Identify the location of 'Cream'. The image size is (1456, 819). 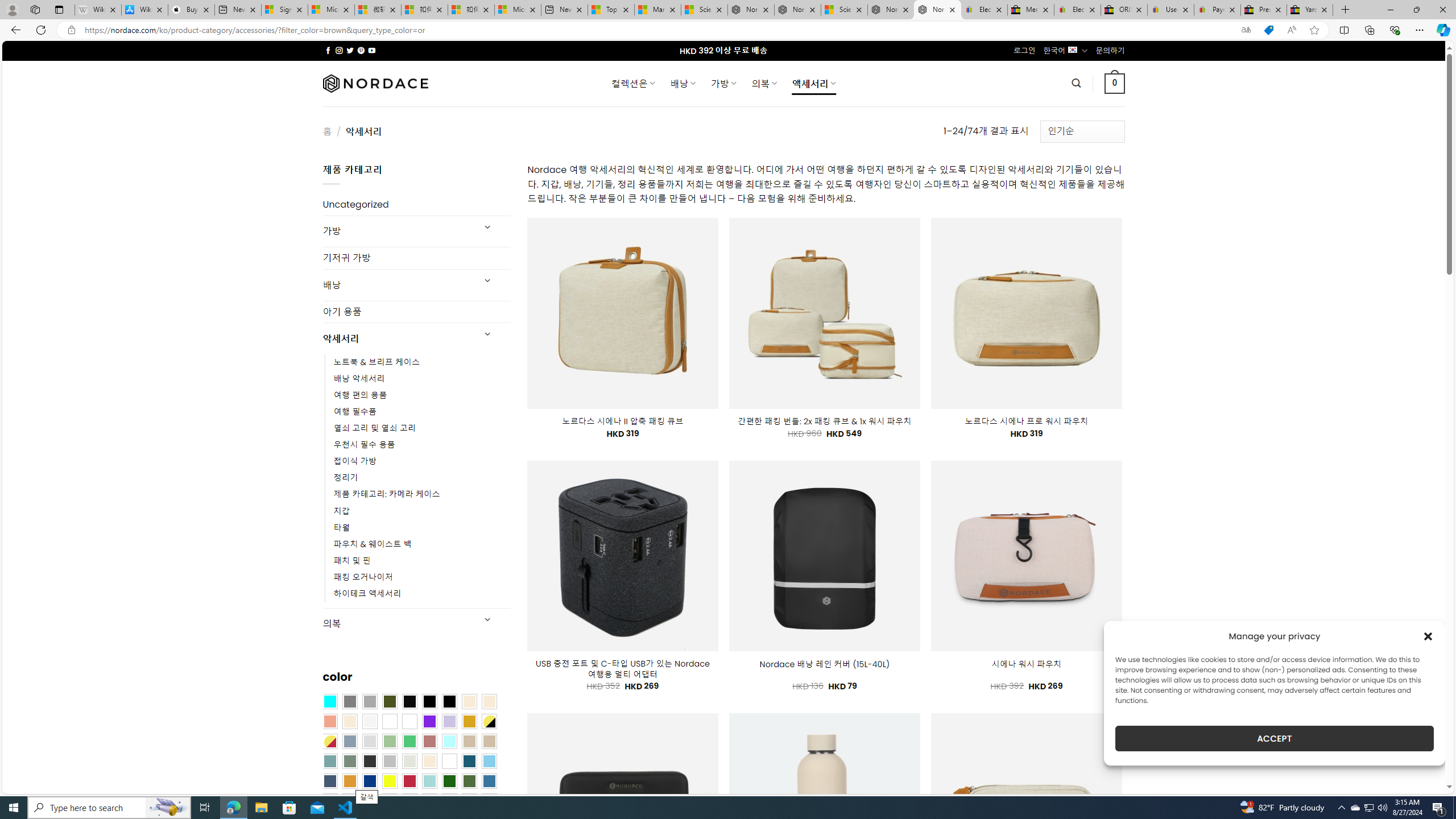
(349, 721).